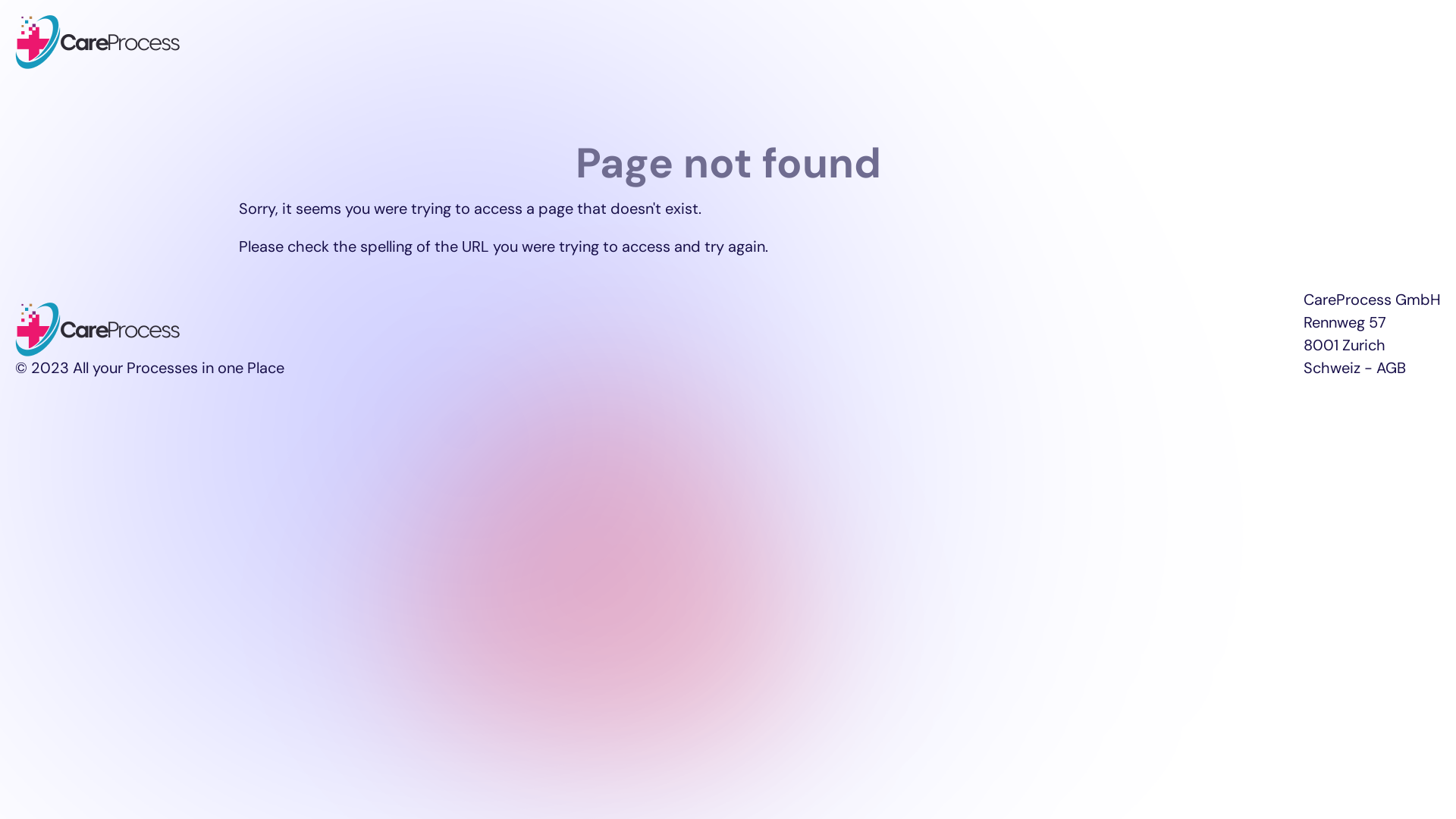  What do you see at coordinates (1376, 368) in the screenshot?
I see `'AGB'` at bounding box center [1376, 368].